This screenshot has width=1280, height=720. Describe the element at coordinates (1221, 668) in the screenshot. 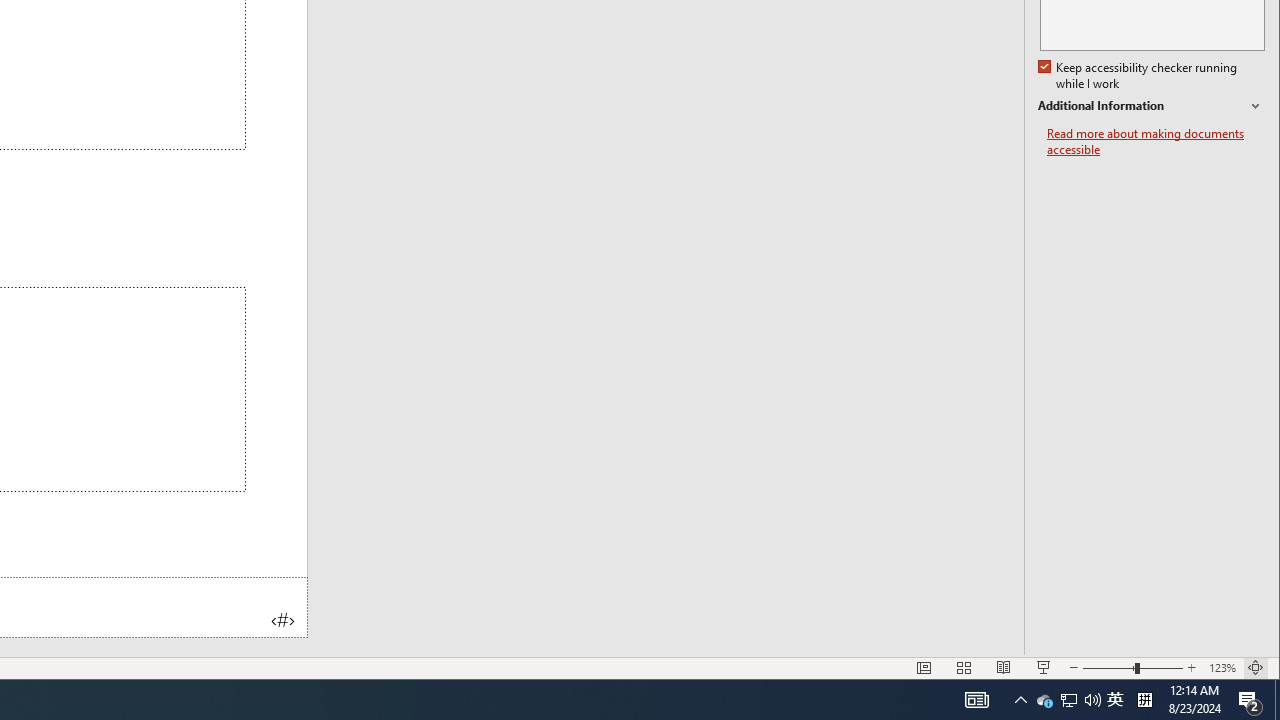

I see `'Zoom 123%'` at that location.